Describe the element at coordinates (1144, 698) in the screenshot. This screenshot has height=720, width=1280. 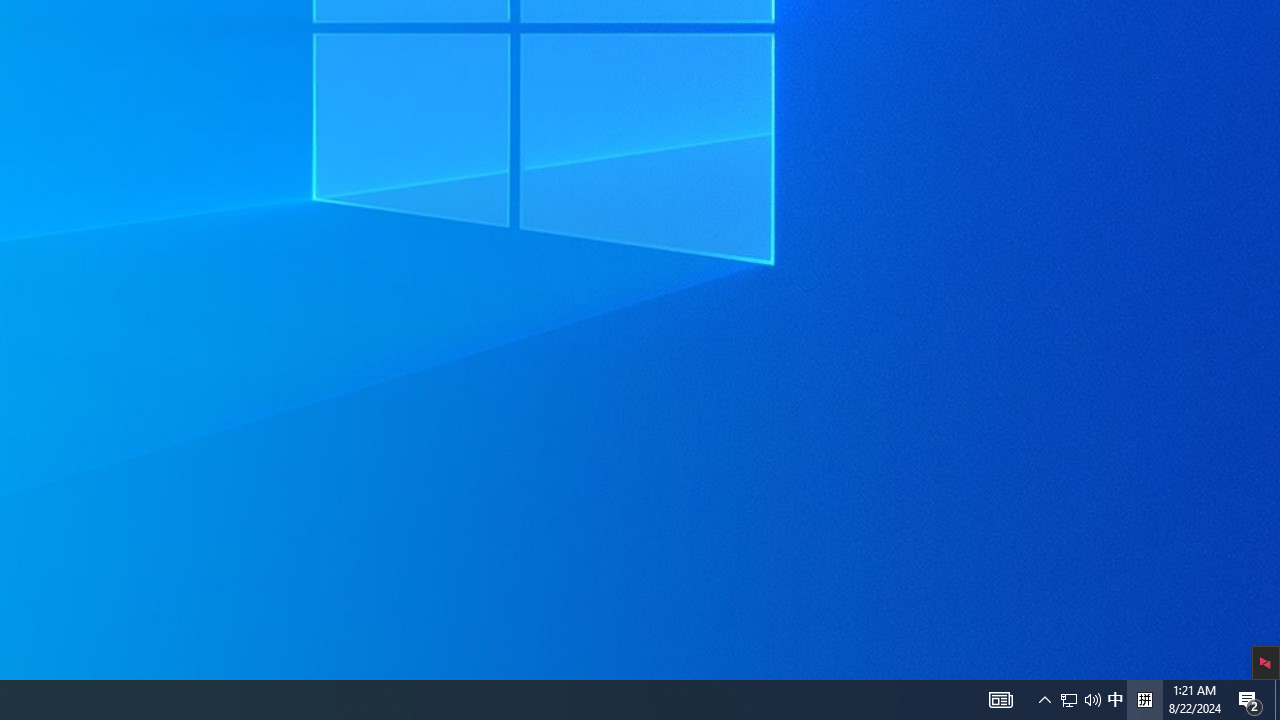
I see `'Q2790: 100%'` at that location.